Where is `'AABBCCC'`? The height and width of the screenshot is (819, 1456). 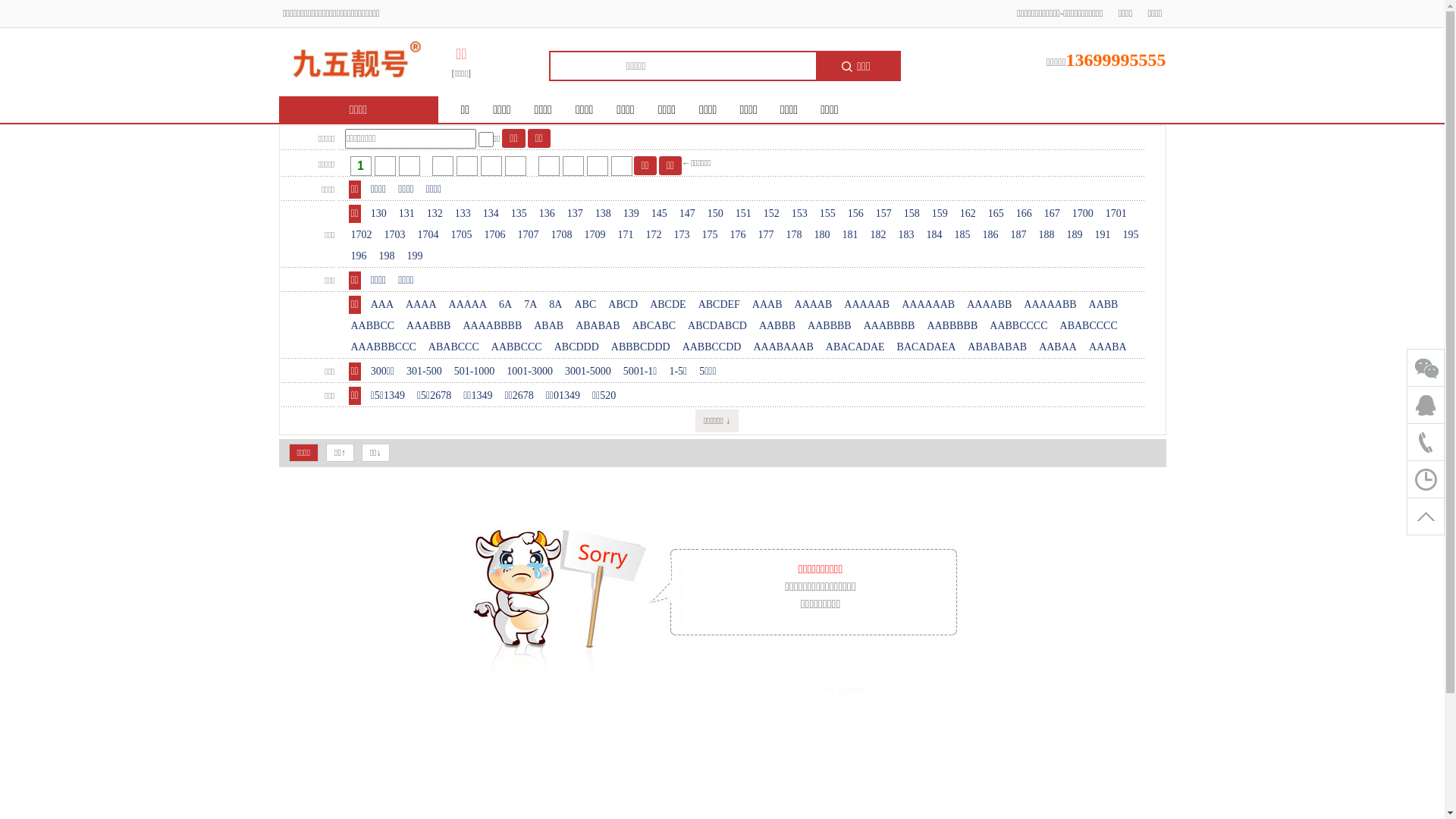 'AABBCCC' is located at coordinates (516, 347).